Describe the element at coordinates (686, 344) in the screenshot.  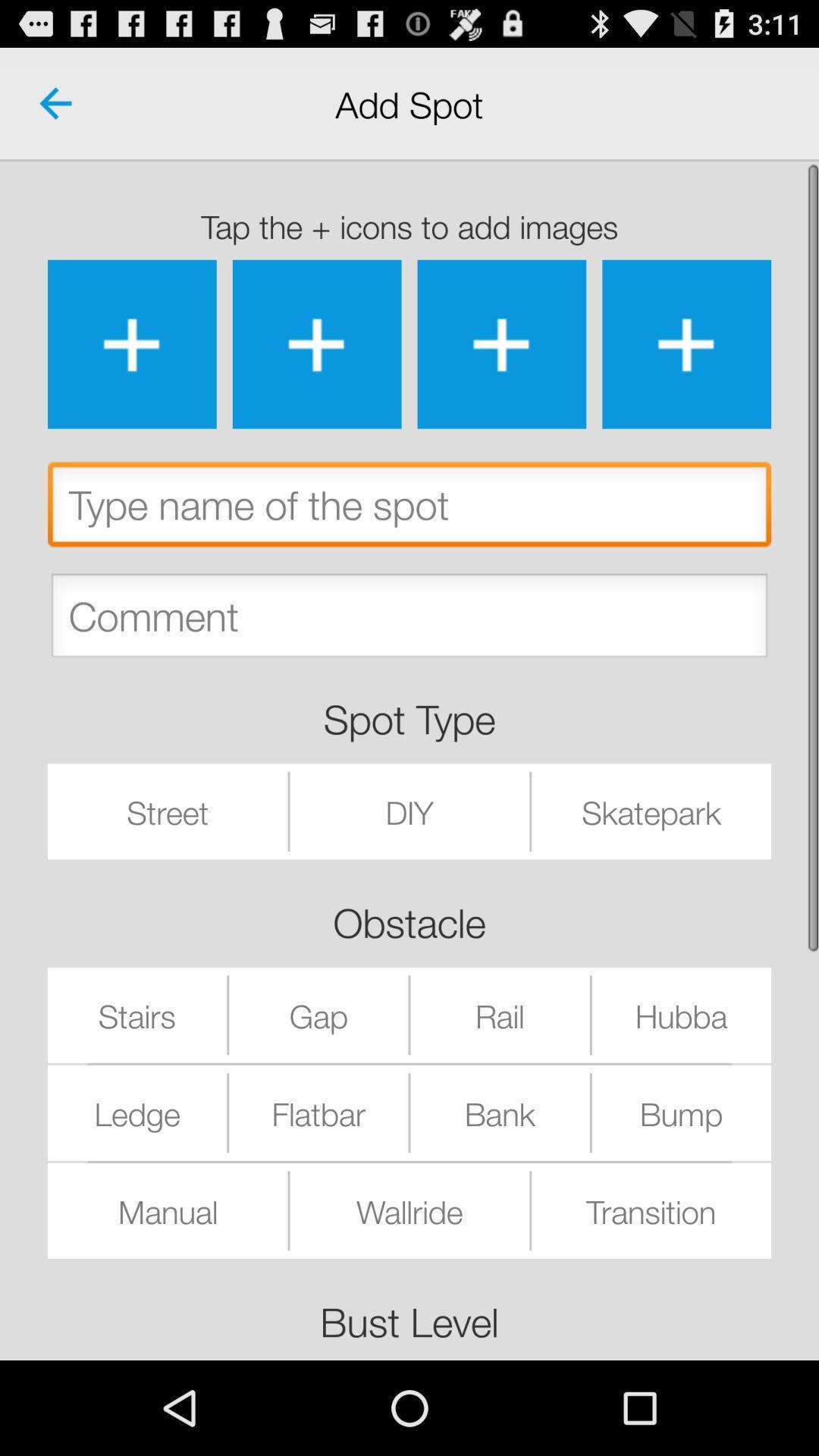
I see `image` at that location.